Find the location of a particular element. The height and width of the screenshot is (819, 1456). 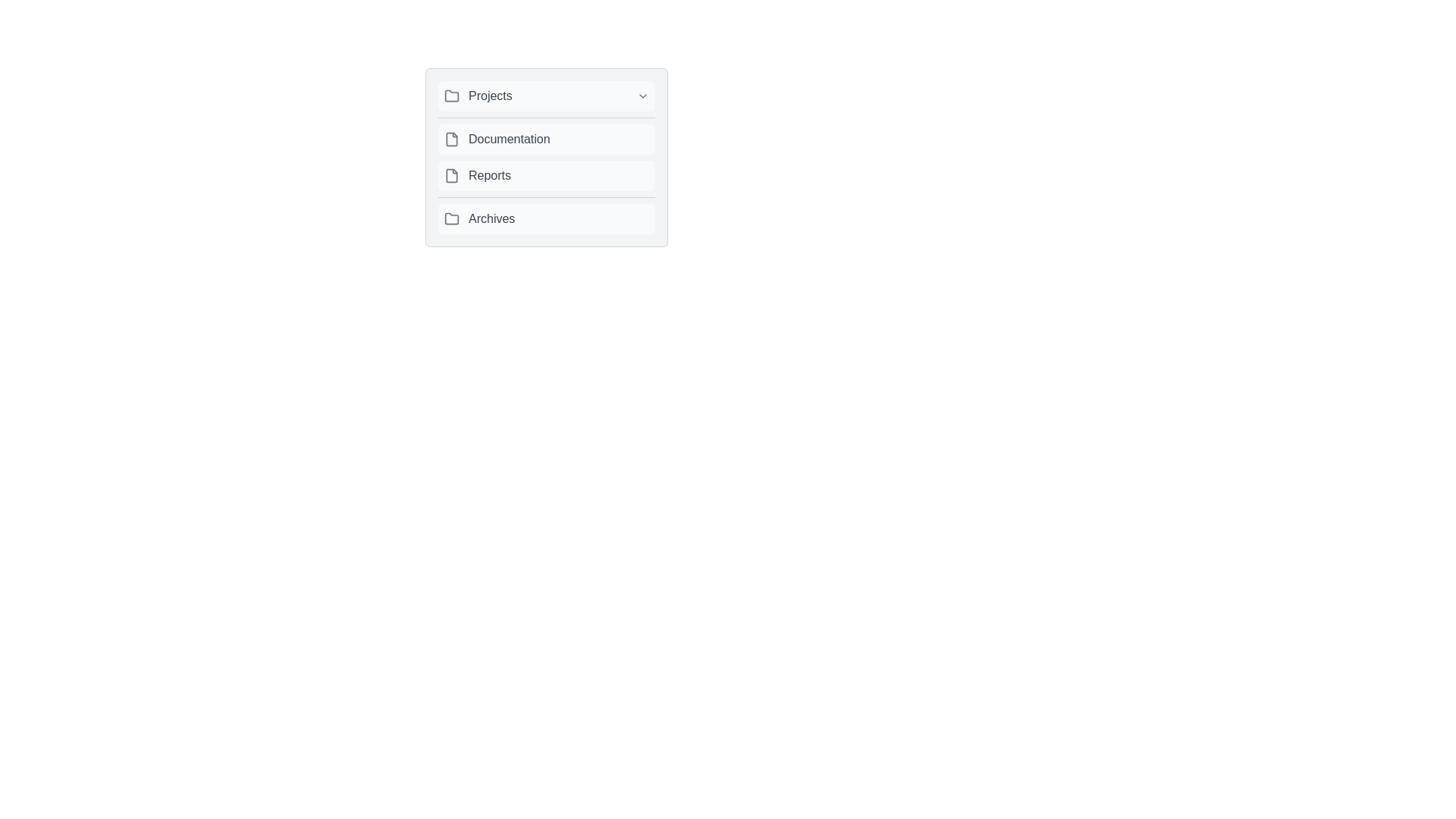

the first item in the vertical list of menu items is located at coordinates (546, 96).